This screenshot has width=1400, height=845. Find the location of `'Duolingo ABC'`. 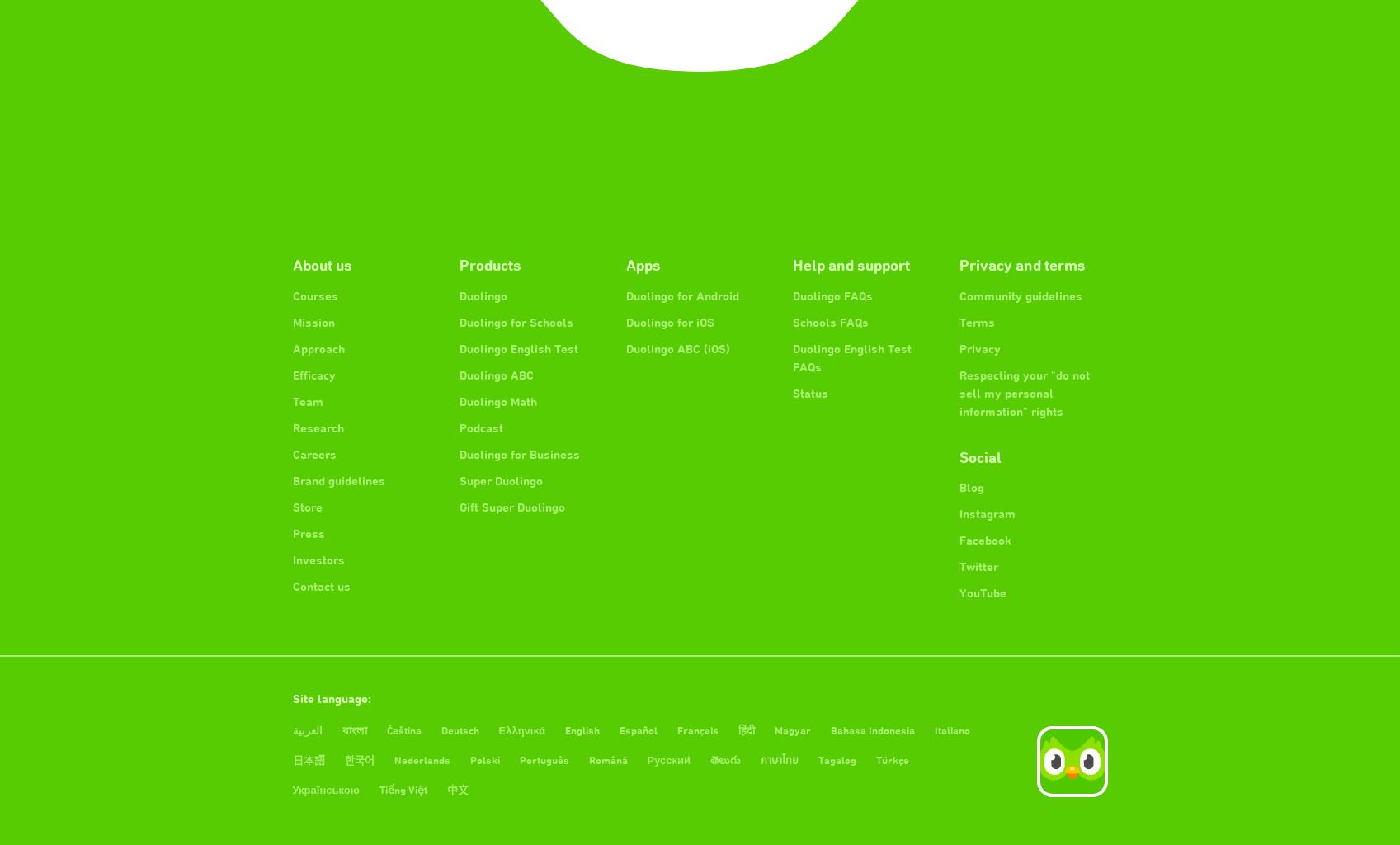

'Duolingo ABC' is located at coordinates (457, 375).